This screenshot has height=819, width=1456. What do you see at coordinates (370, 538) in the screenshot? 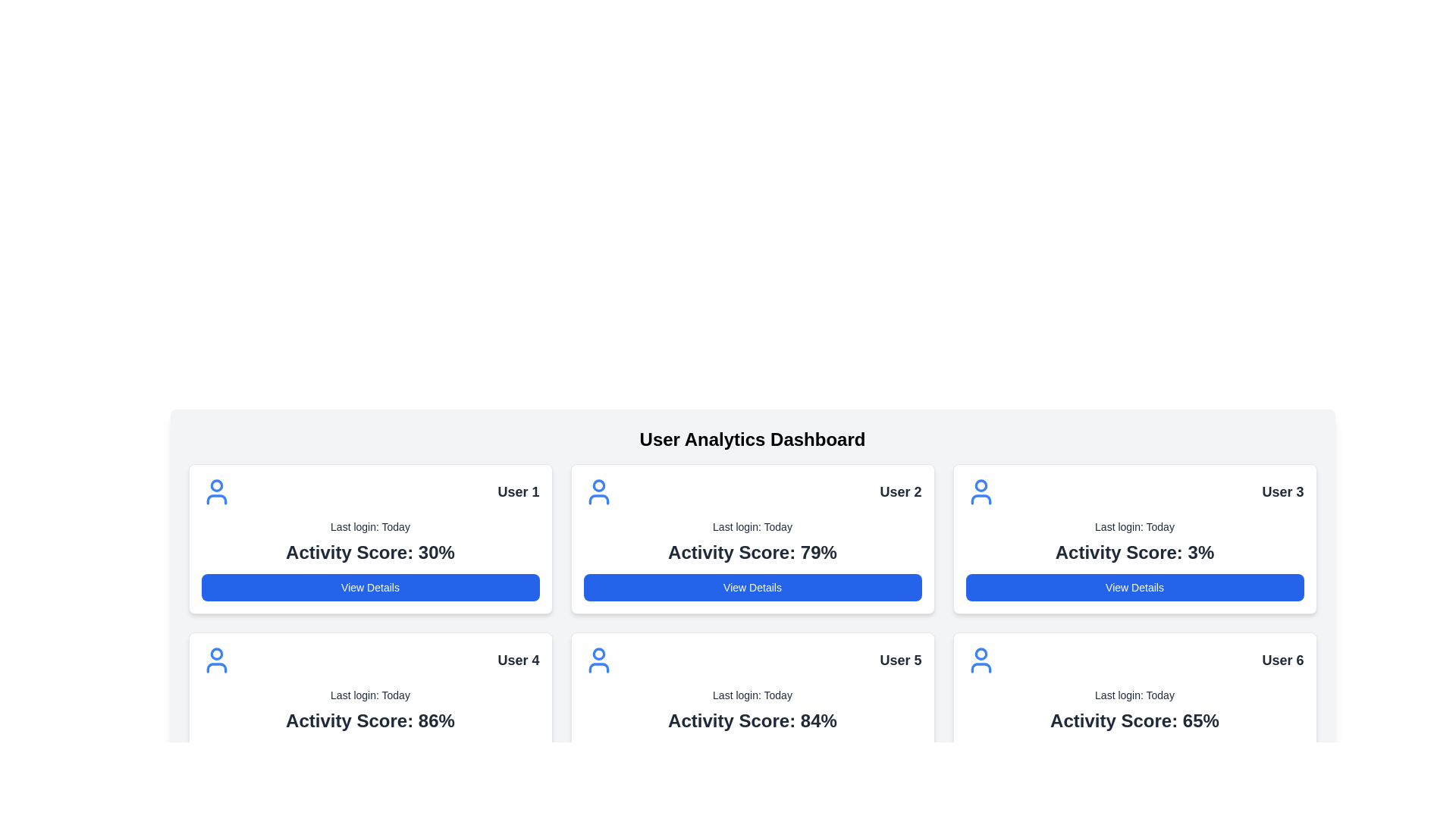
I see `the first user information card component in the top left corner of the grid to trigger visual effects` at bounding box center [370, 538].